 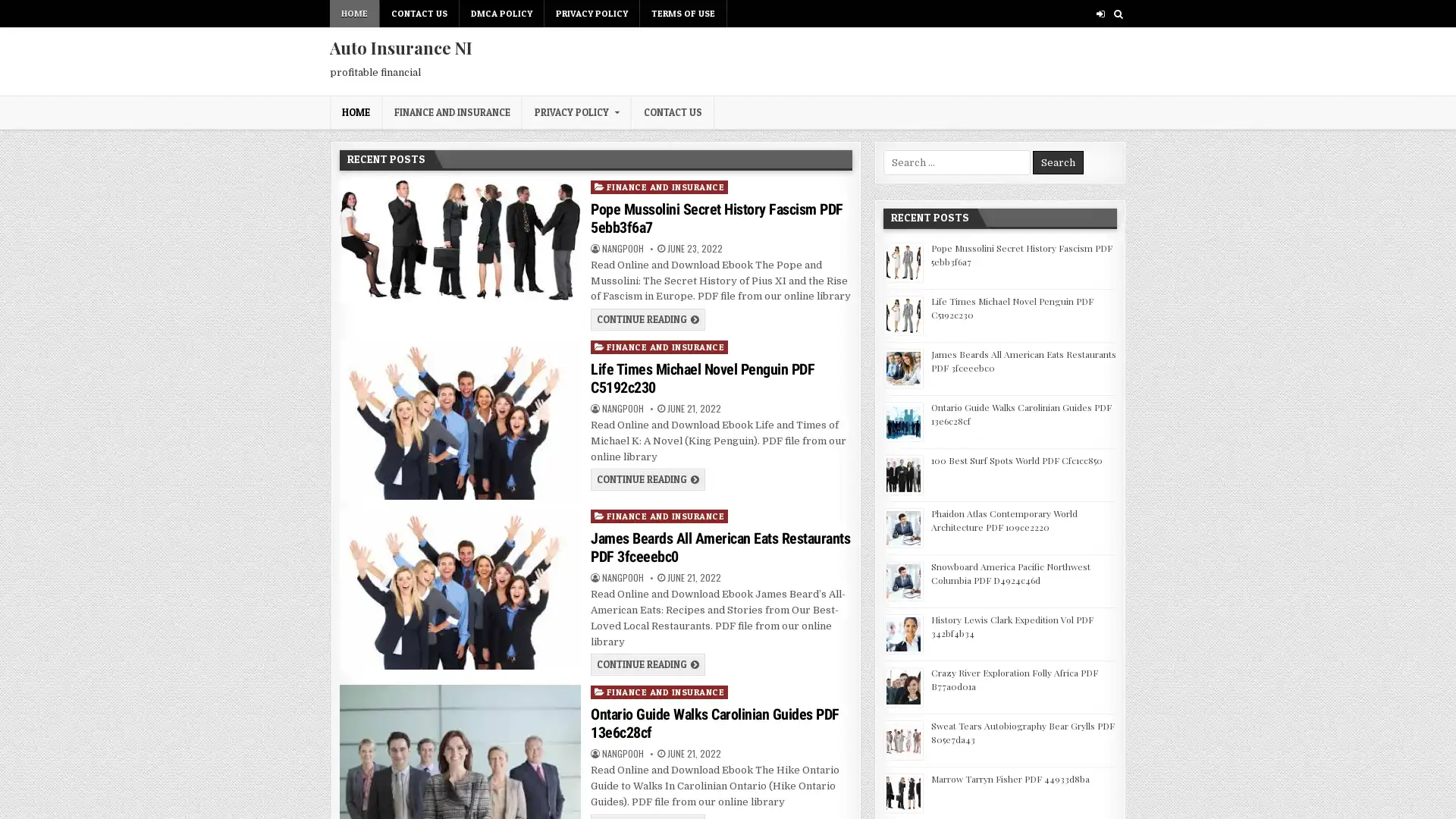 I want to click on Search, so click(x=1057, y=162).